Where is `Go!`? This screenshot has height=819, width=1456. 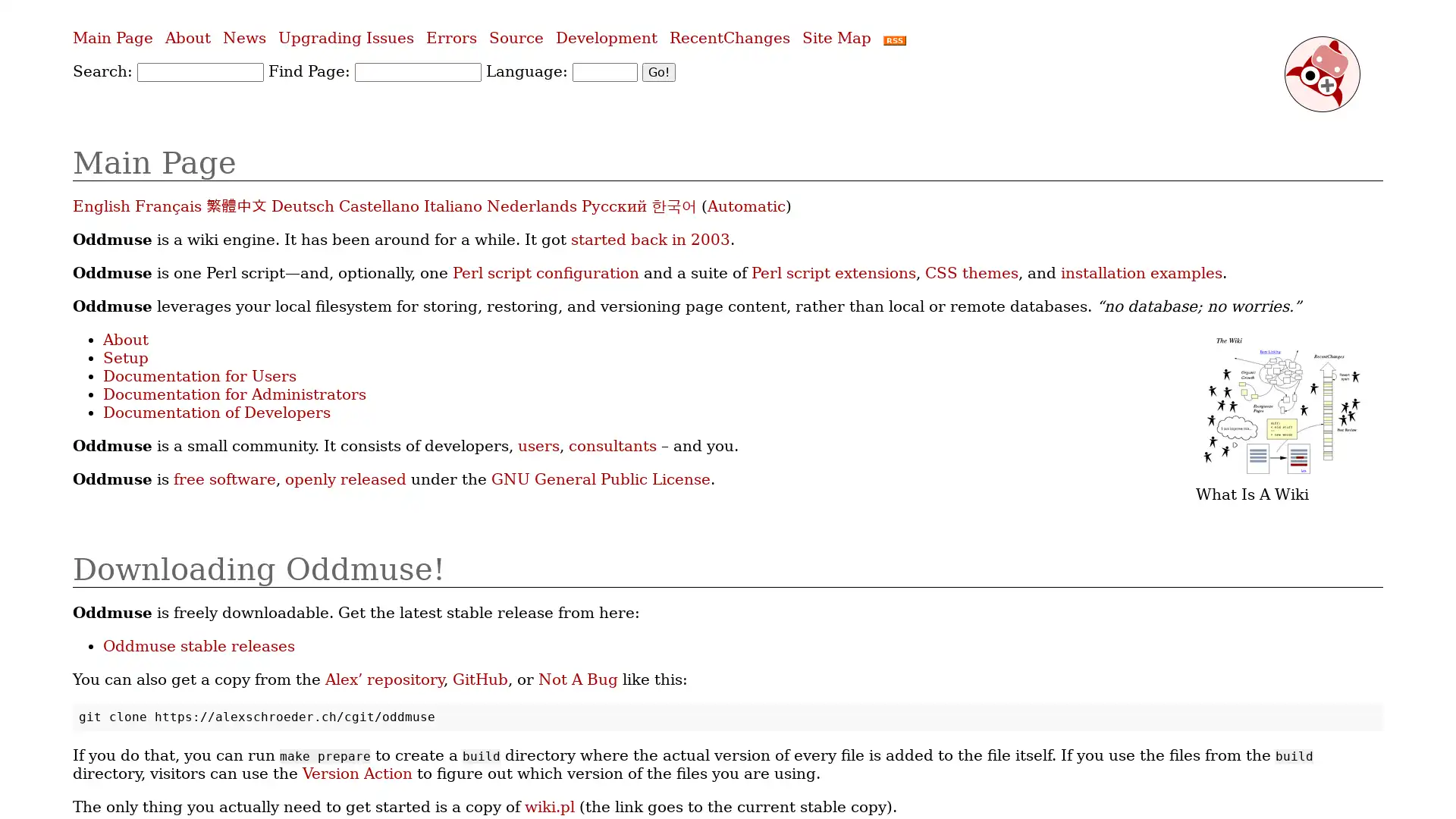 Go! is located at coordinates (658, 72).